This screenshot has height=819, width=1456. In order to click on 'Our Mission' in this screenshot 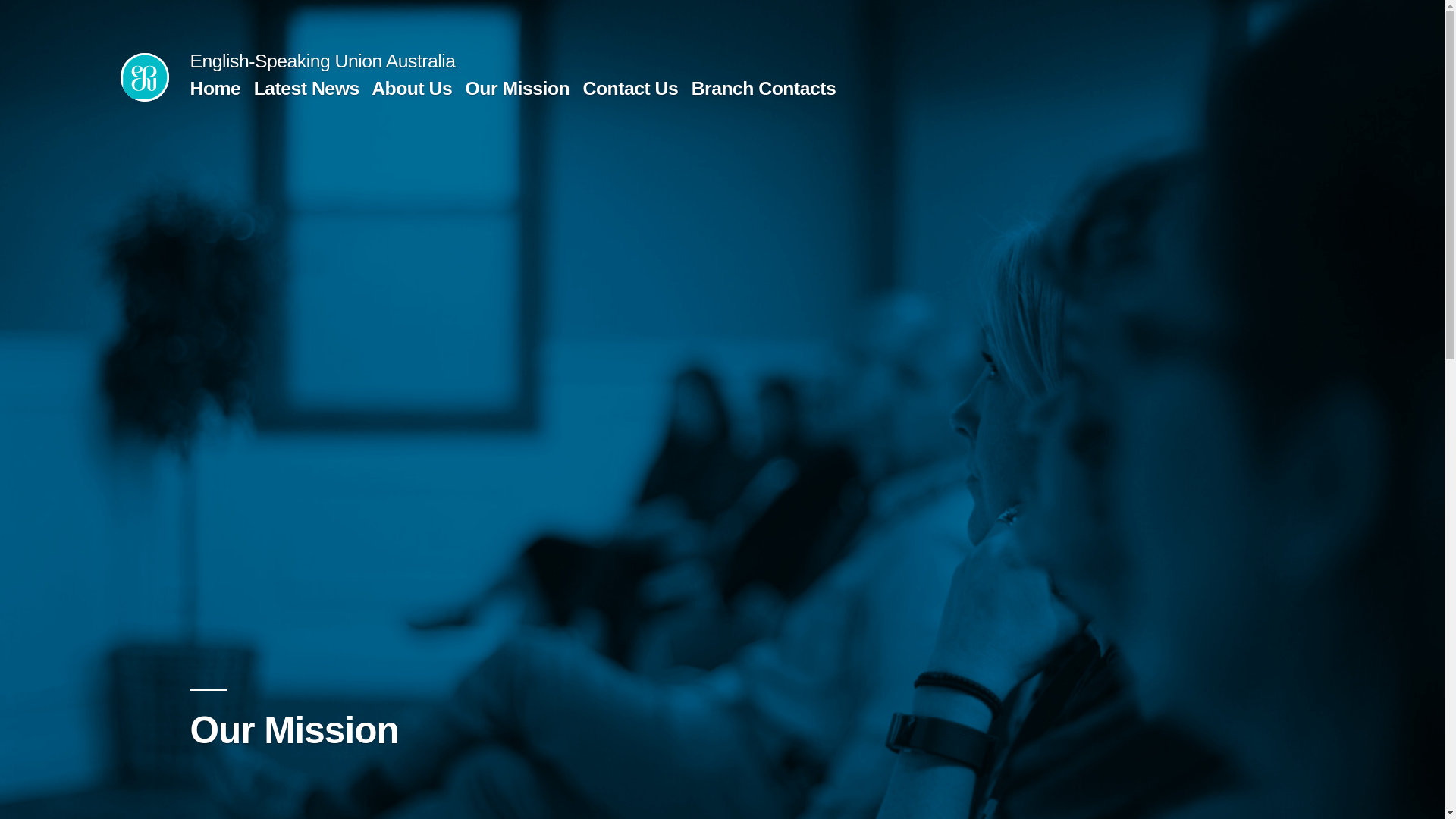, I will do `click(517, 88)`.